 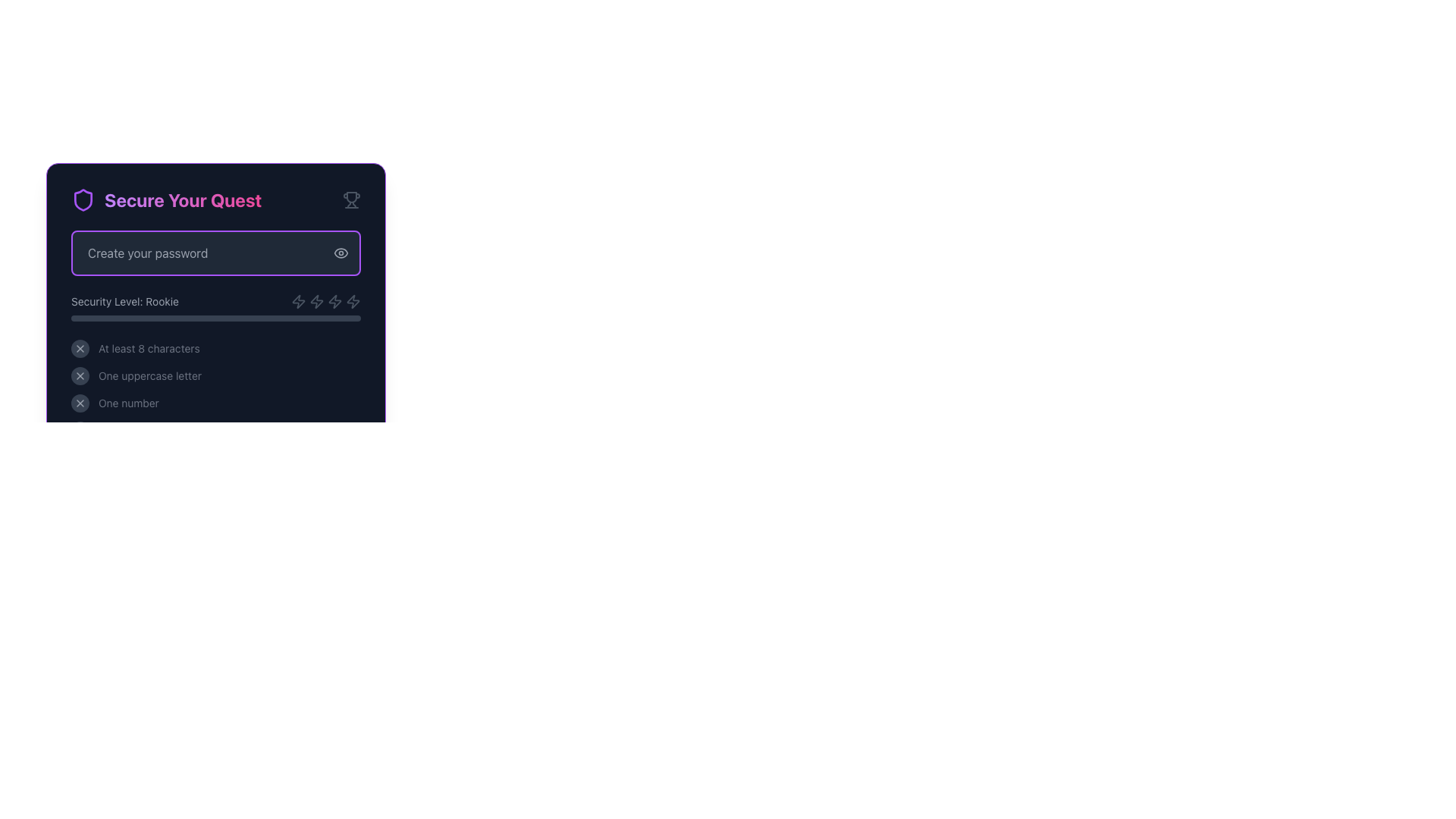 I want to click on group of lightning bolt icons that visually represent the 'security level' and are located directly to the right of the text 'Security Level: Rookie', so click(x=325, y=301).